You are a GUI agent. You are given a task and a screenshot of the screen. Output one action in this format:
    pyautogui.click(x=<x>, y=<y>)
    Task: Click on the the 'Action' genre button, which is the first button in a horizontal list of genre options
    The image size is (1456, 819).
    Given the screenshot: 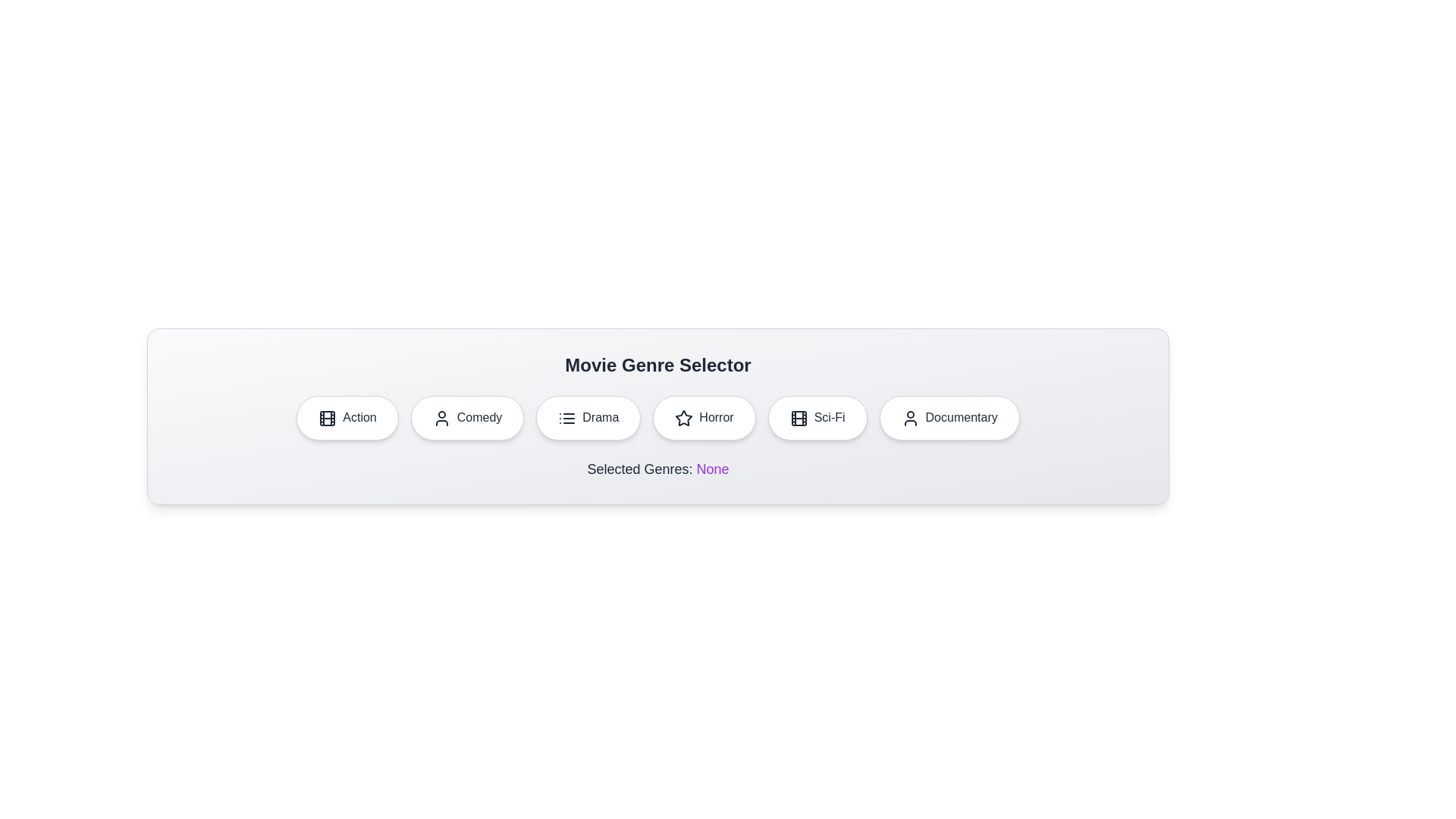 What is the action you would take?
    pyautogui.click(x=347, y=418)
    